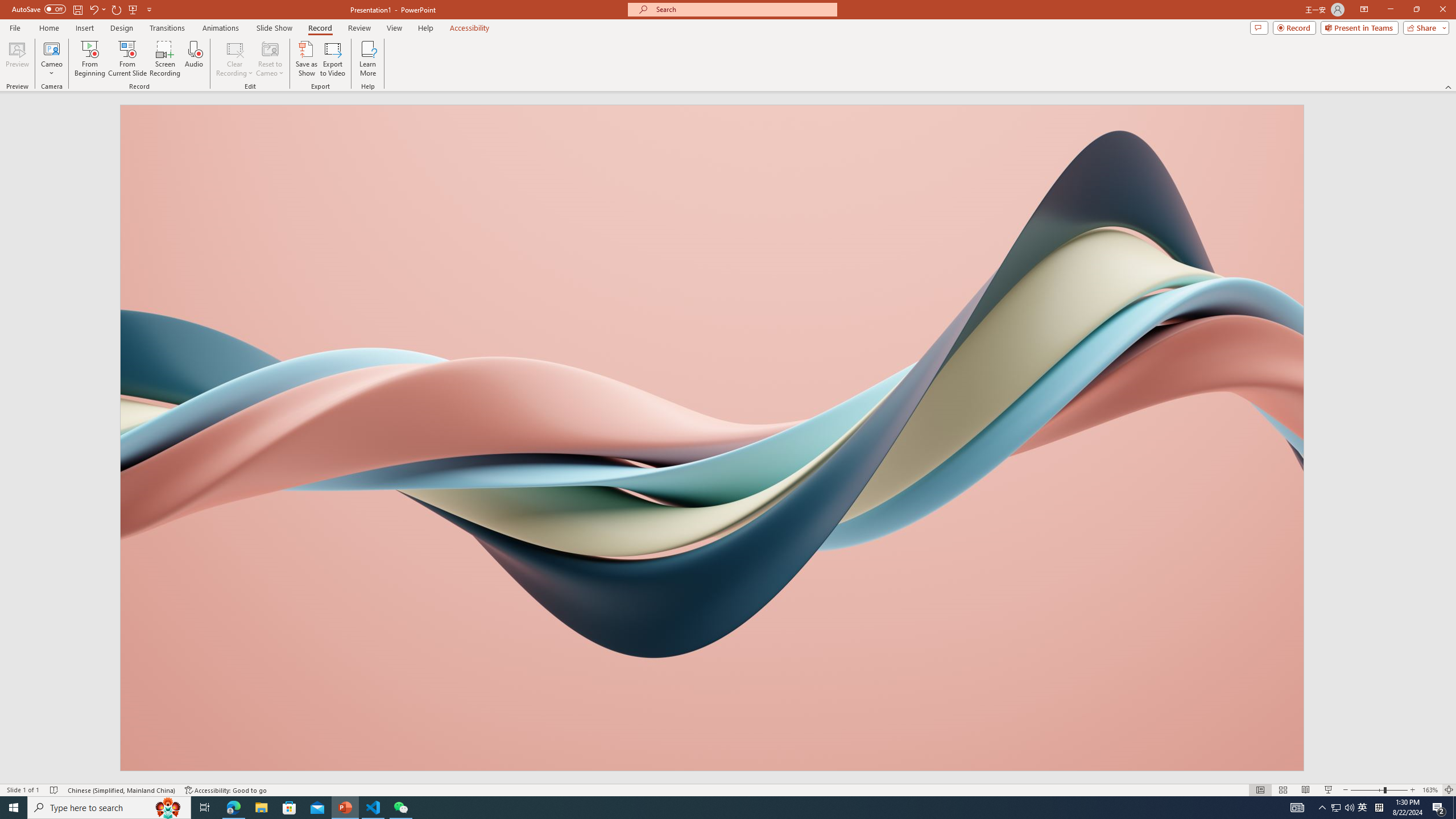  I want to click on 'From Beginning...', so click(89, 59).